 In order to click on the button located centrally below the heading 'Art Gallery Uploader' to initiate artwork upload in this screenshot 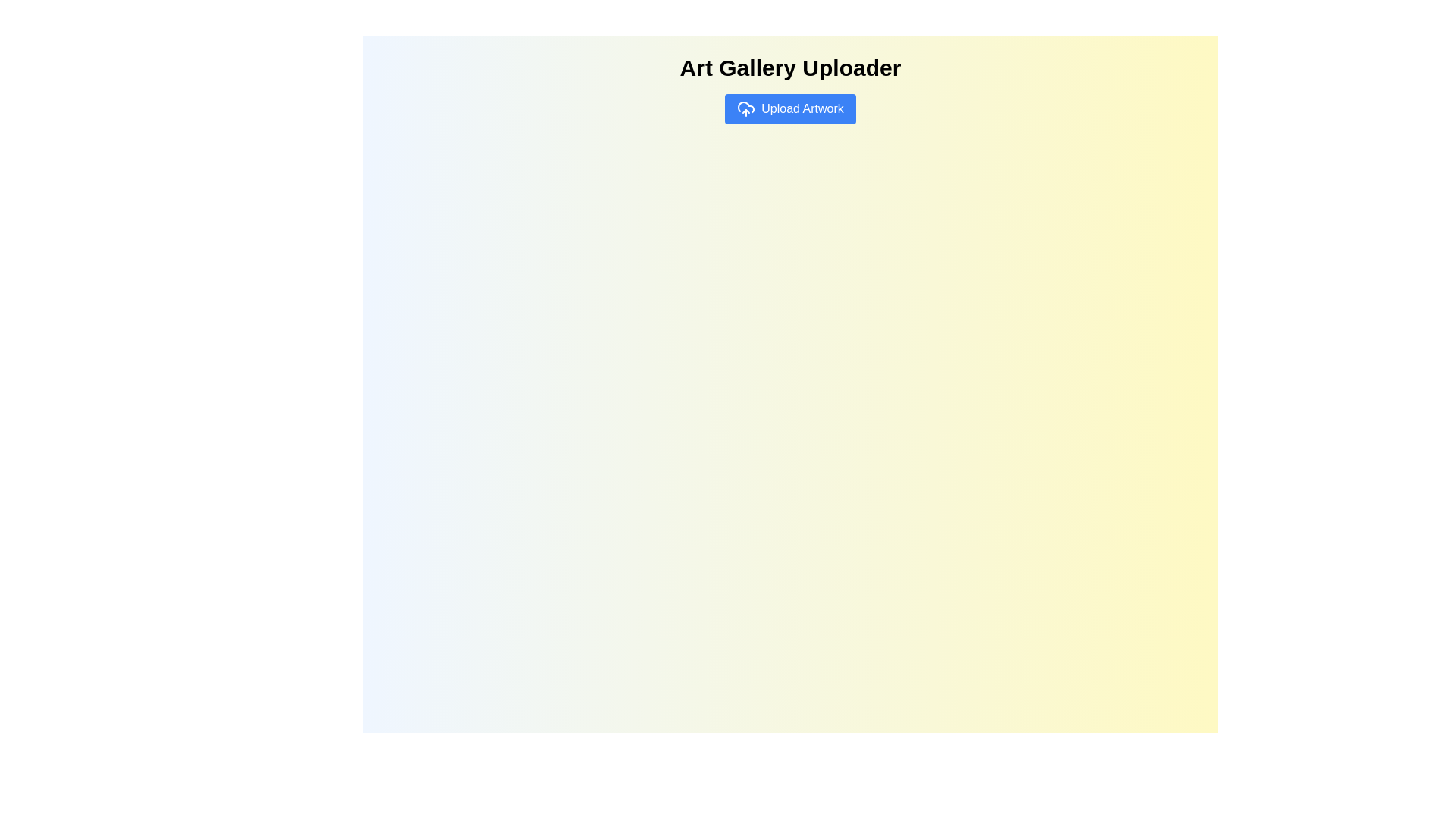, I will do `click(789, 108)`.